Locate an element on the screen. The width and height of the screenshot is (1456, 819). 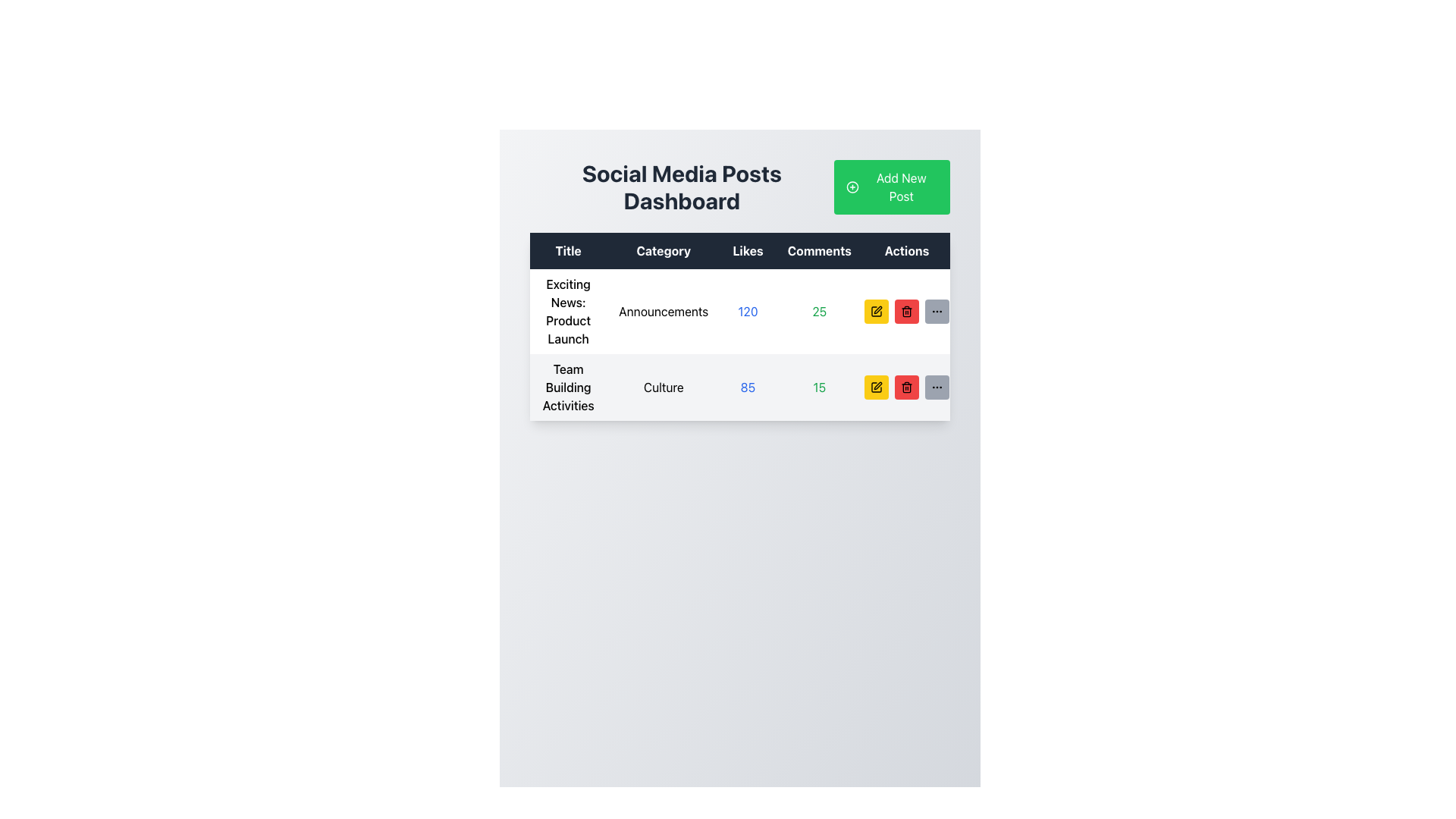
the small red button with a black trash can icon in the first row of the Social Media Posts Dashboard table is located at coordinates (906, 386).